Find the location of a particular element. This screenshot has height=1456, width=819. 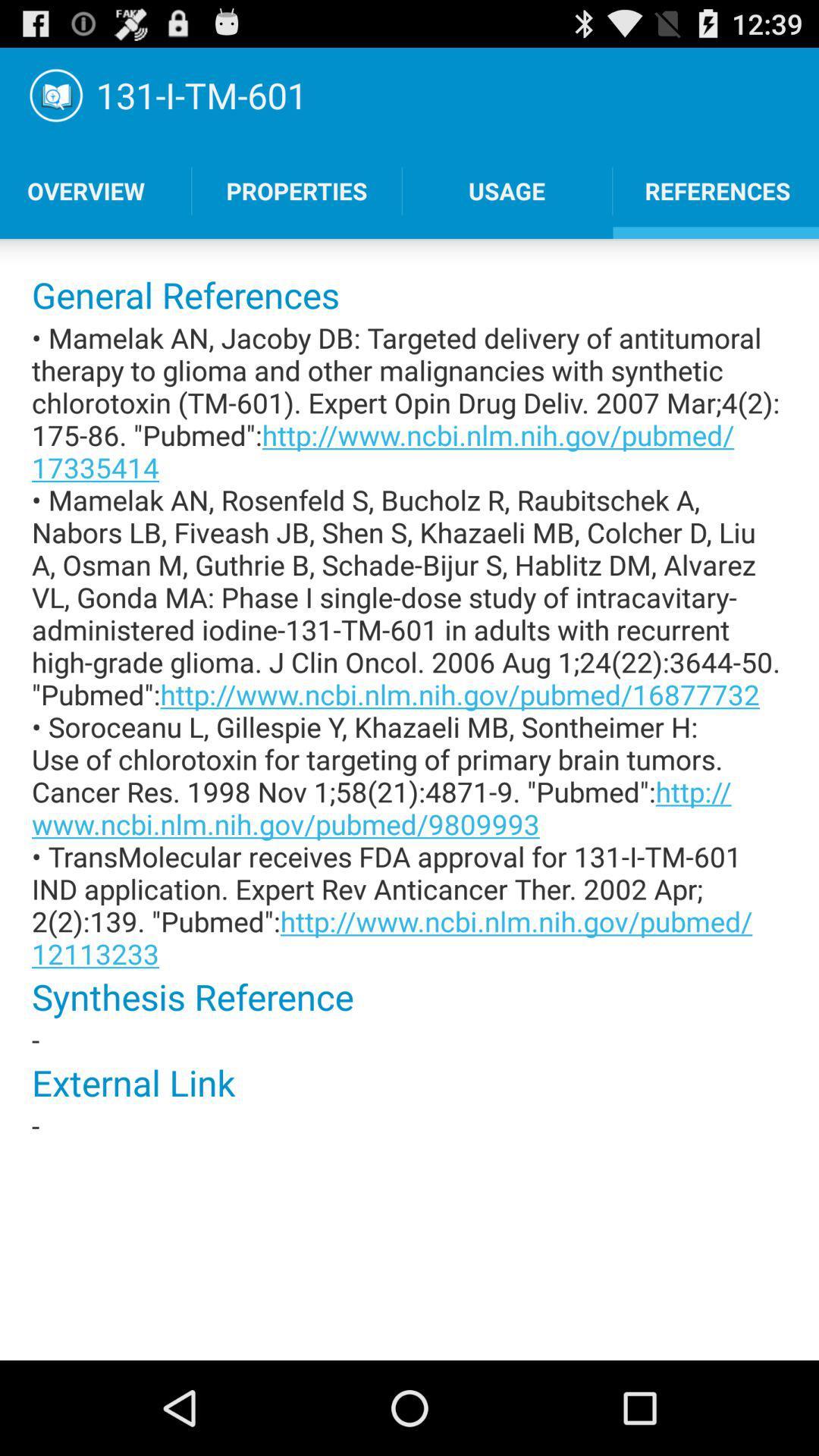

app above the synthesis reference app is located at coordinates (409, 645).